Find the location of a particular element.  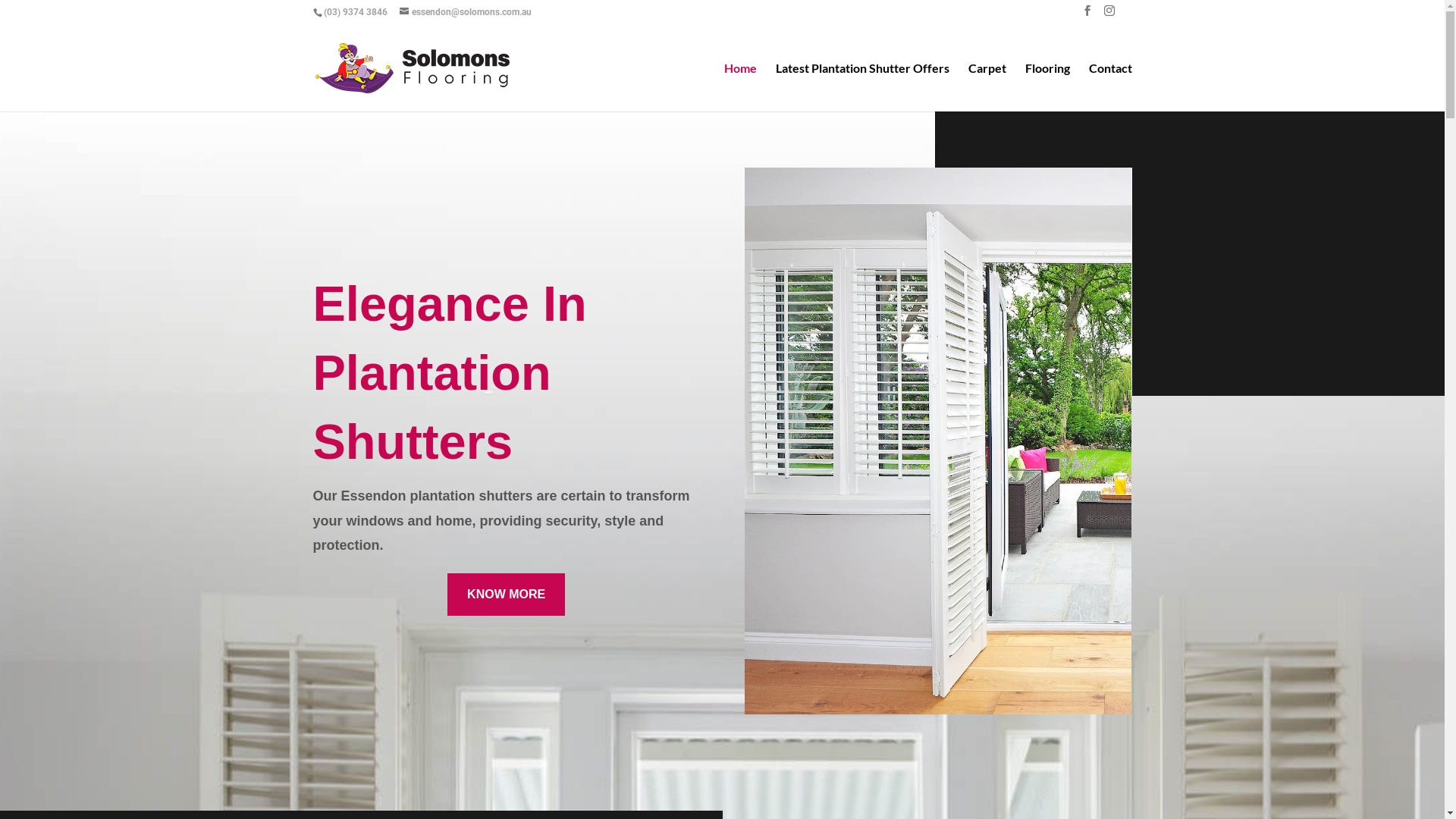

'KNOW MORE' is located at coordinates (506, 594).